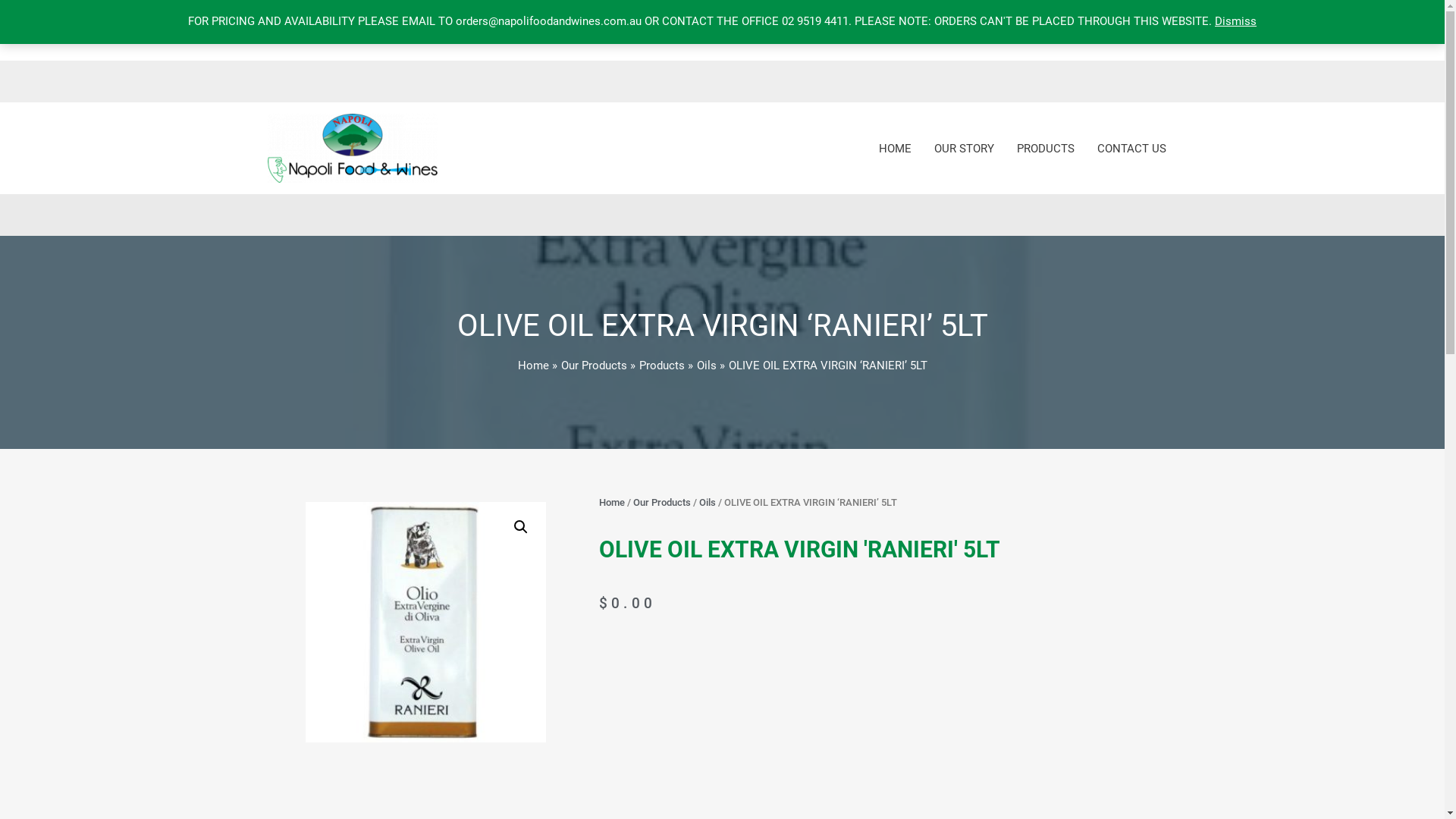 This screenshot has height=819, width=1456. Describe the element at coordinates (661, 366) in the screenshot. I see `'Products'` at that location.